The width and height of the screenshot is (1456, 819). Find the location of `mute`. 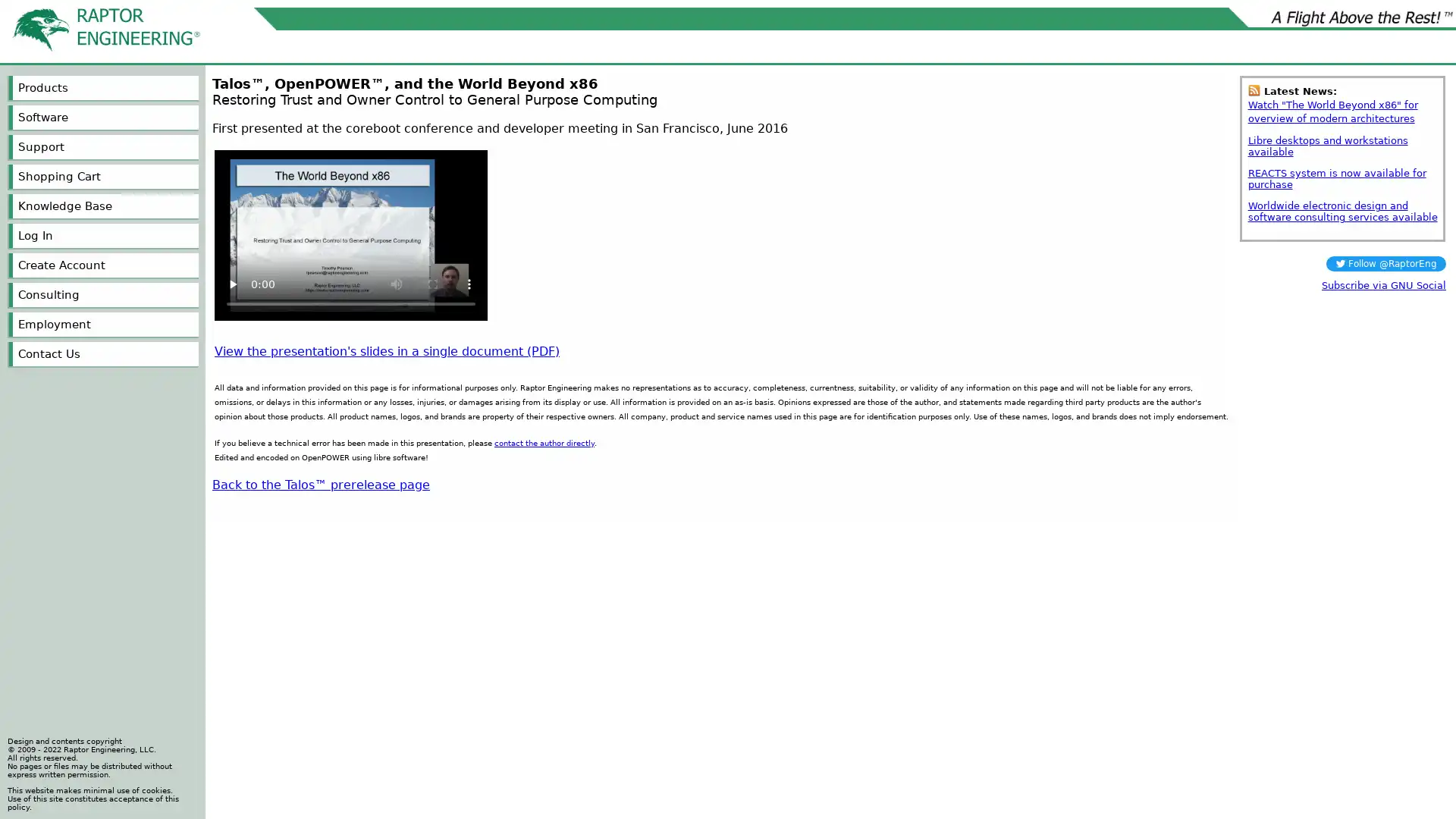

mute is located at coordinates (397, 284).